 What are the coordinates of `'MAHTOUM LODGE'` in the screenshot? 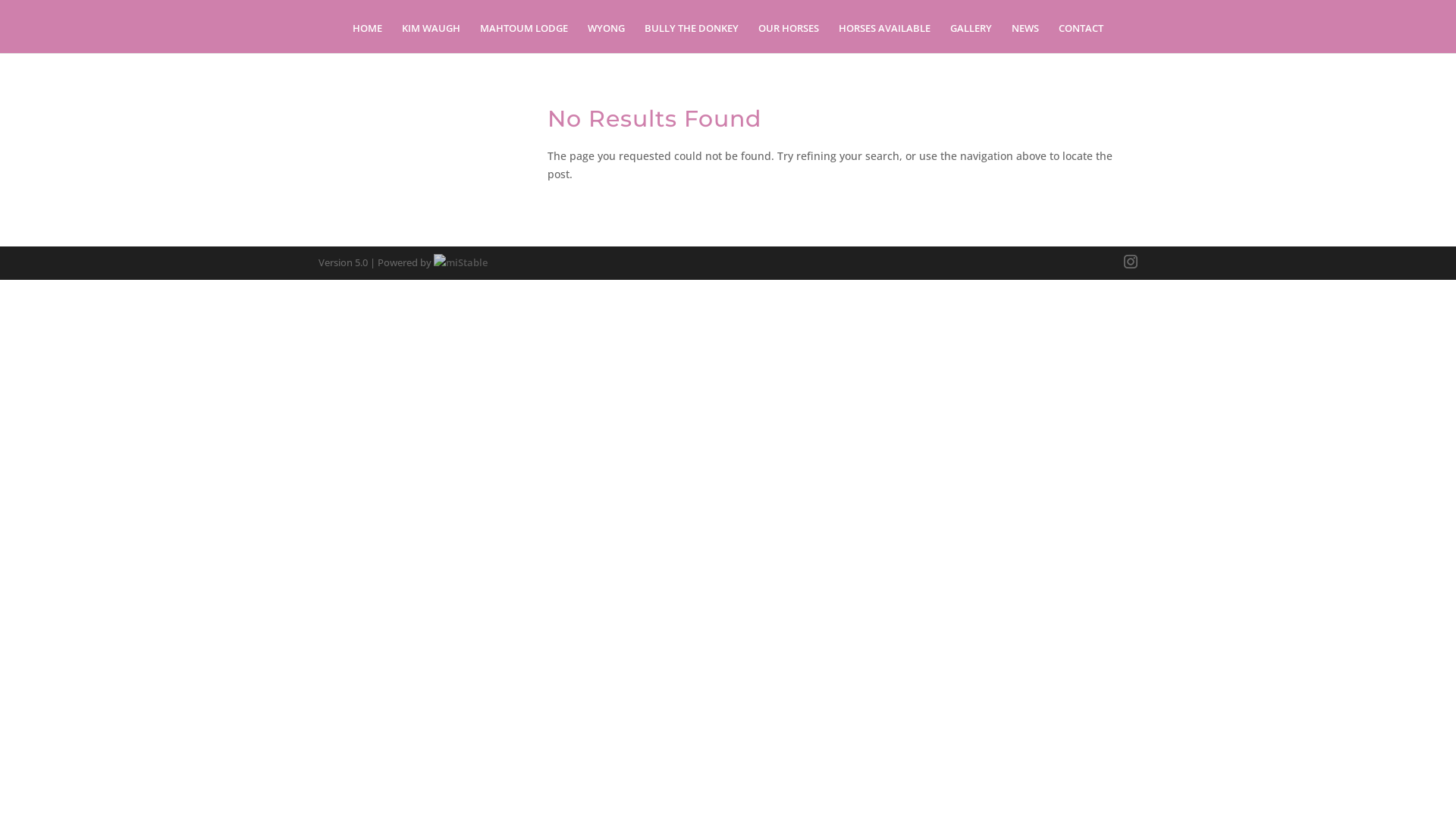 It's located at (524, 37).